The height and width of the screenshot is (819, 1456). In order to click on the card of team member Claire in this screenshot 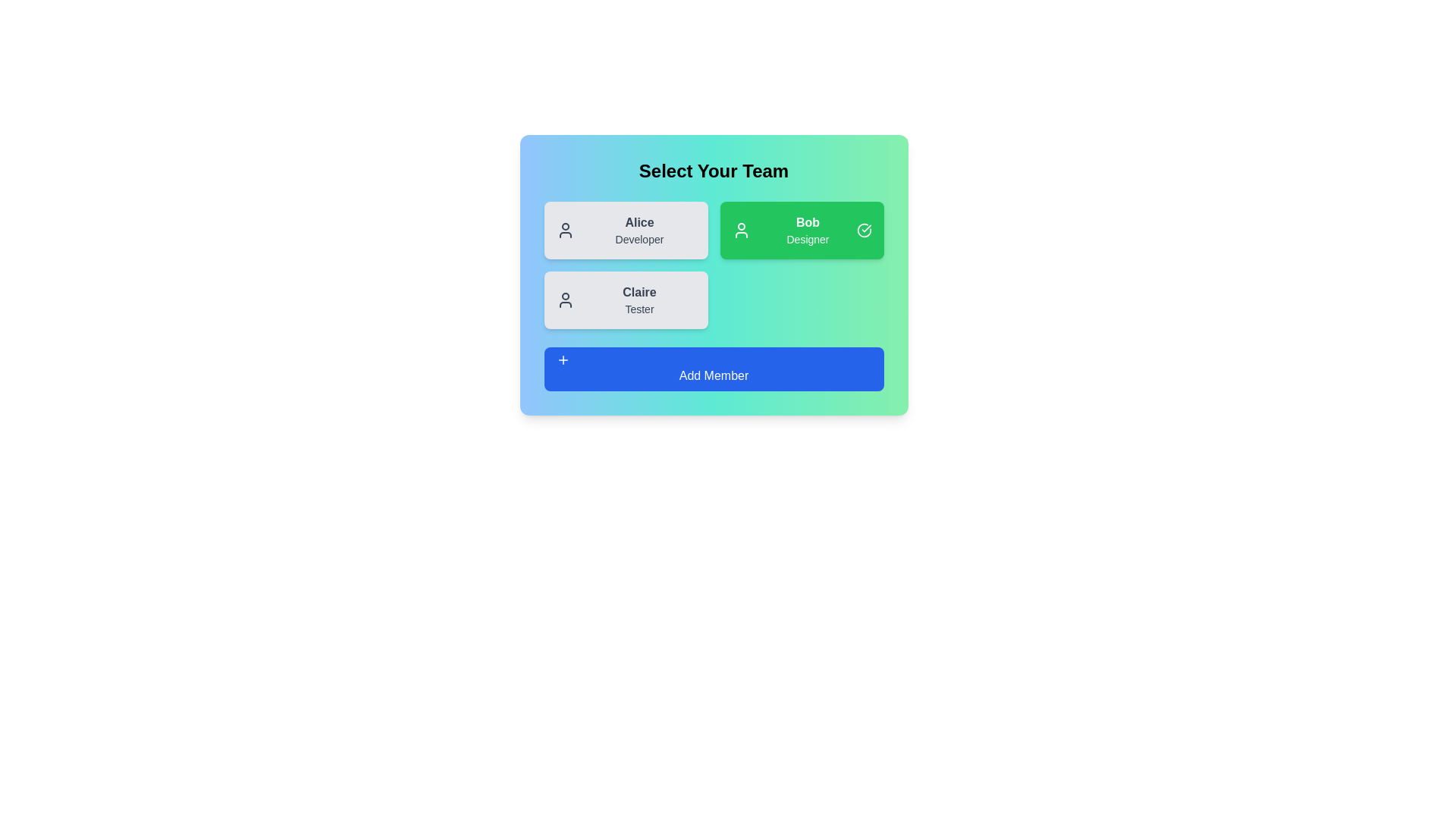, I will do `click(626, 300)`.